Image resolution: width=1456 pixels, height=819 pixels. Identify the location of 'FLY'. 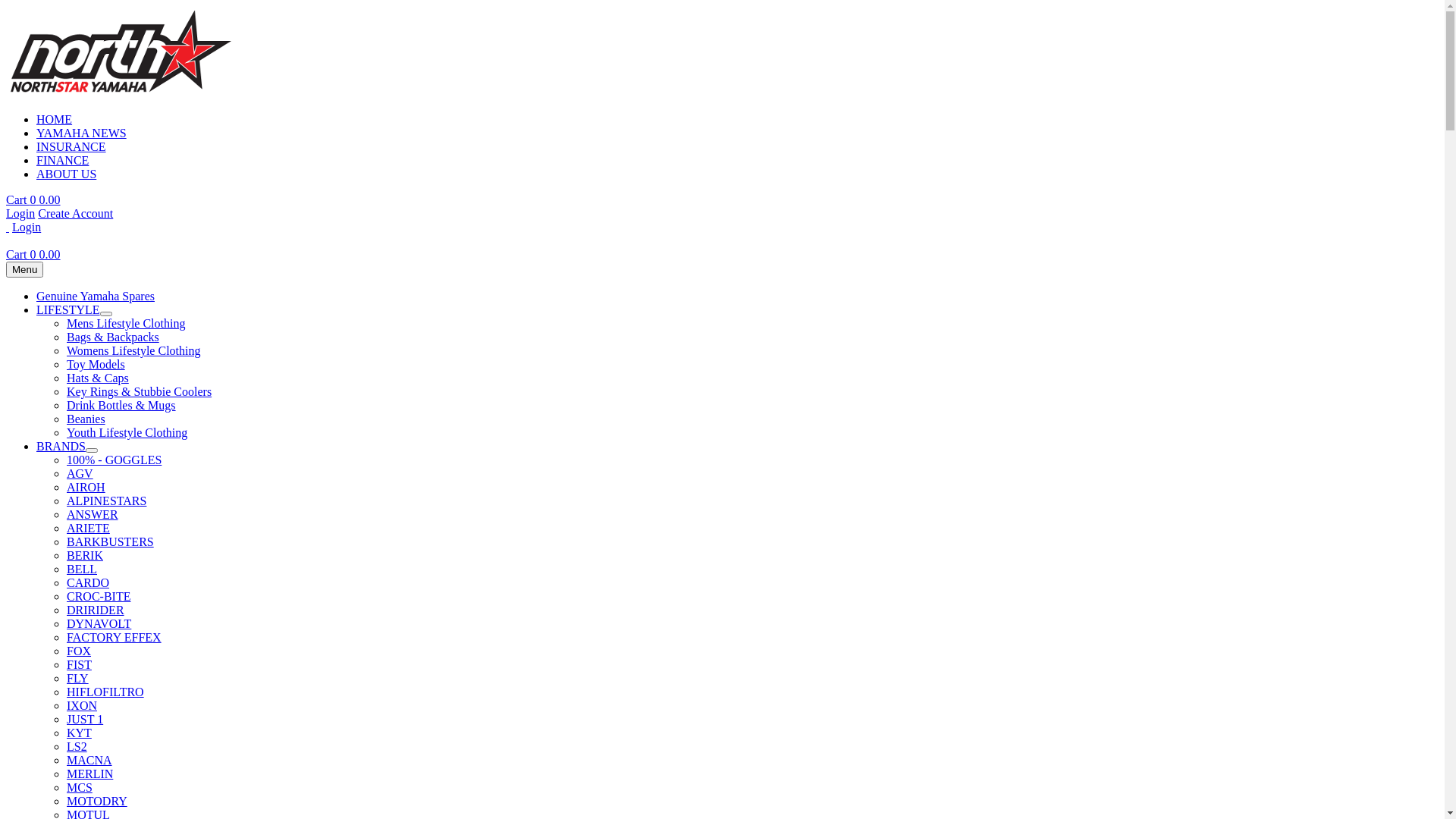
(77, 677).